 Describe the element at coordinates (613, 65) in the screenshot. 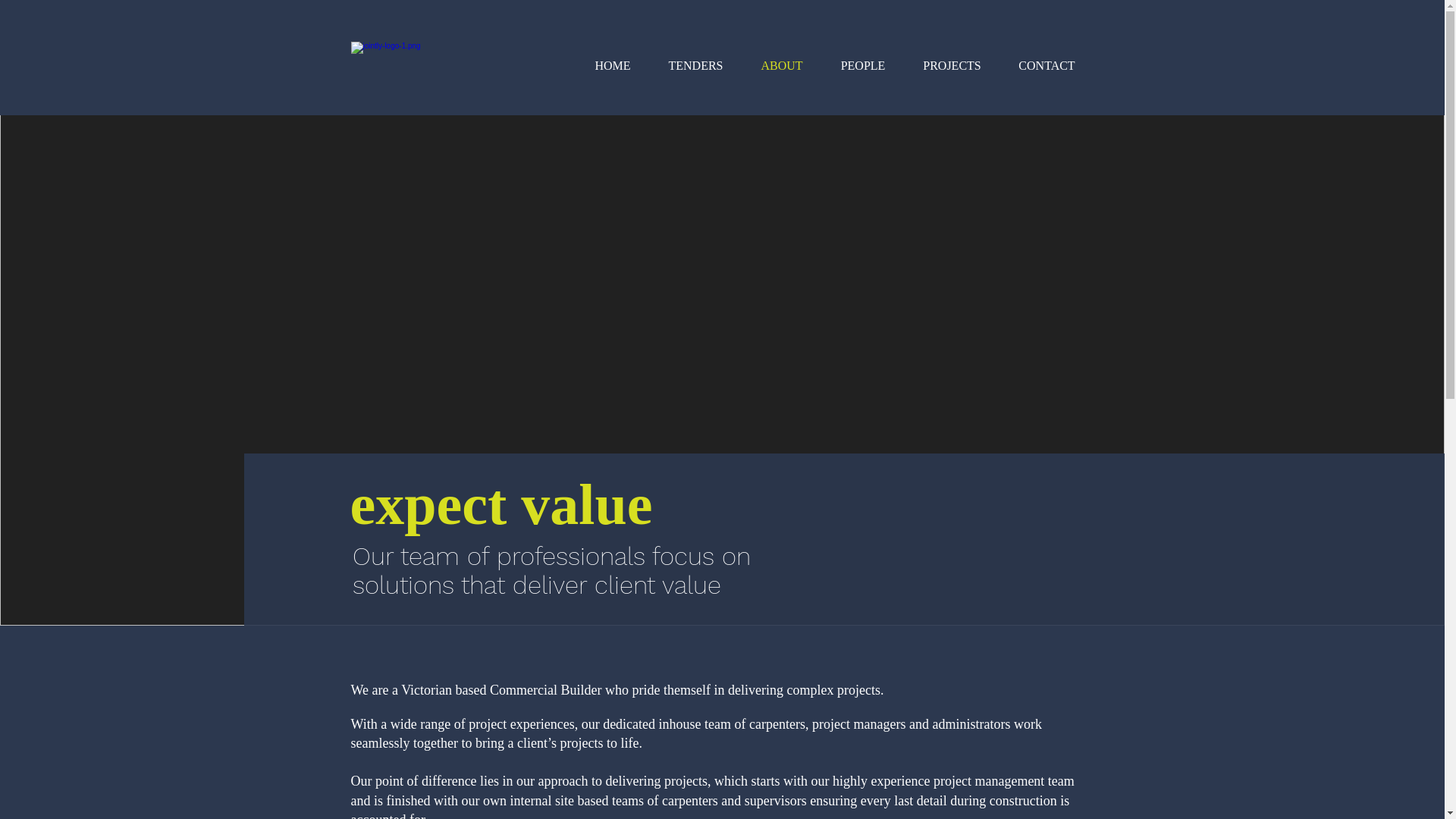

I see `'HOME'` at that location.